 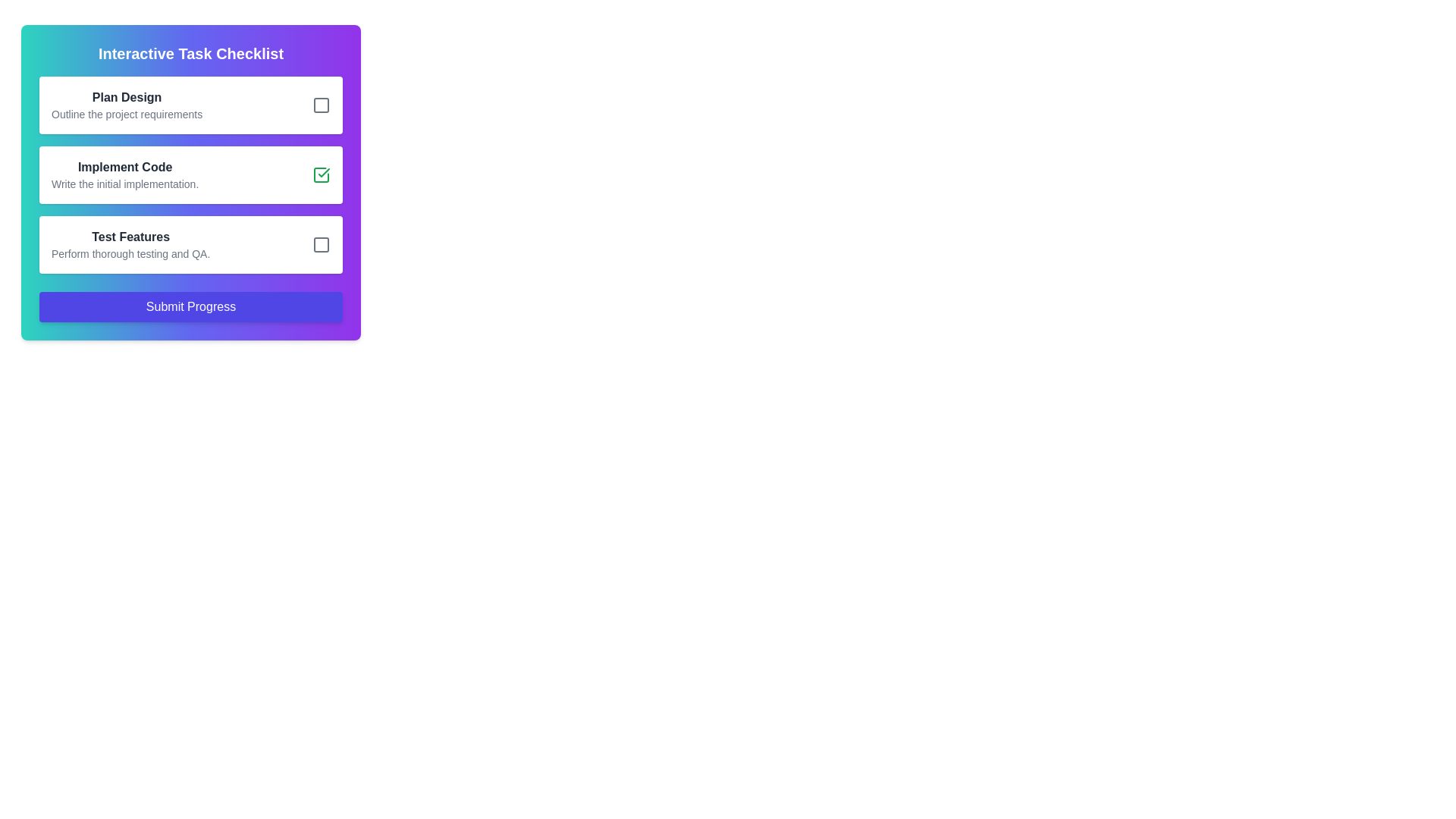 I want to click on the Text display component that shows the task labeled 'Implement Code' with the description 'Write the initial implementation.', so click(x=125, y=174).